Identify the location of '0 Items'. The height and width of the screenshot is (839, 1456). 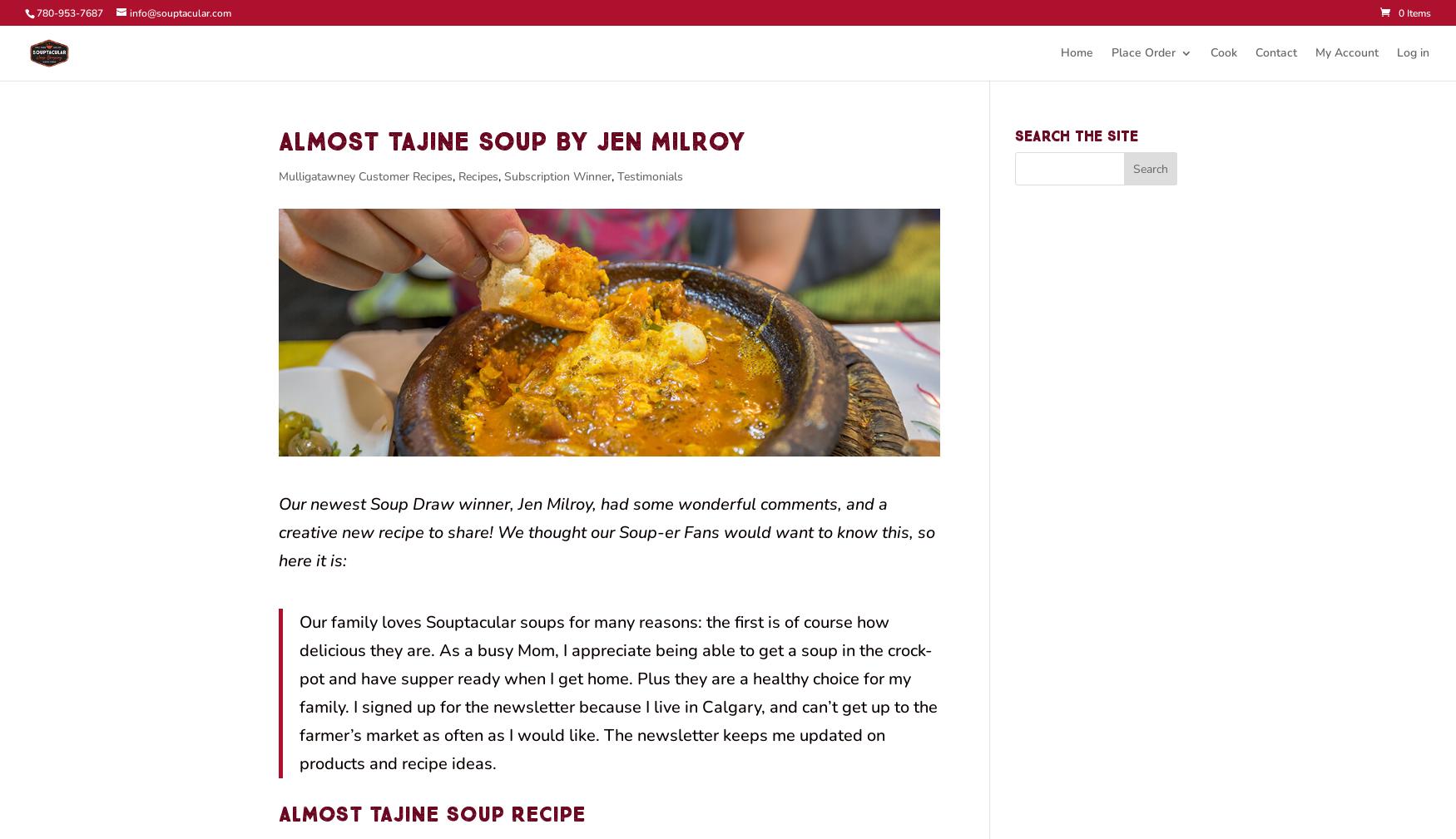
(1414, 12).